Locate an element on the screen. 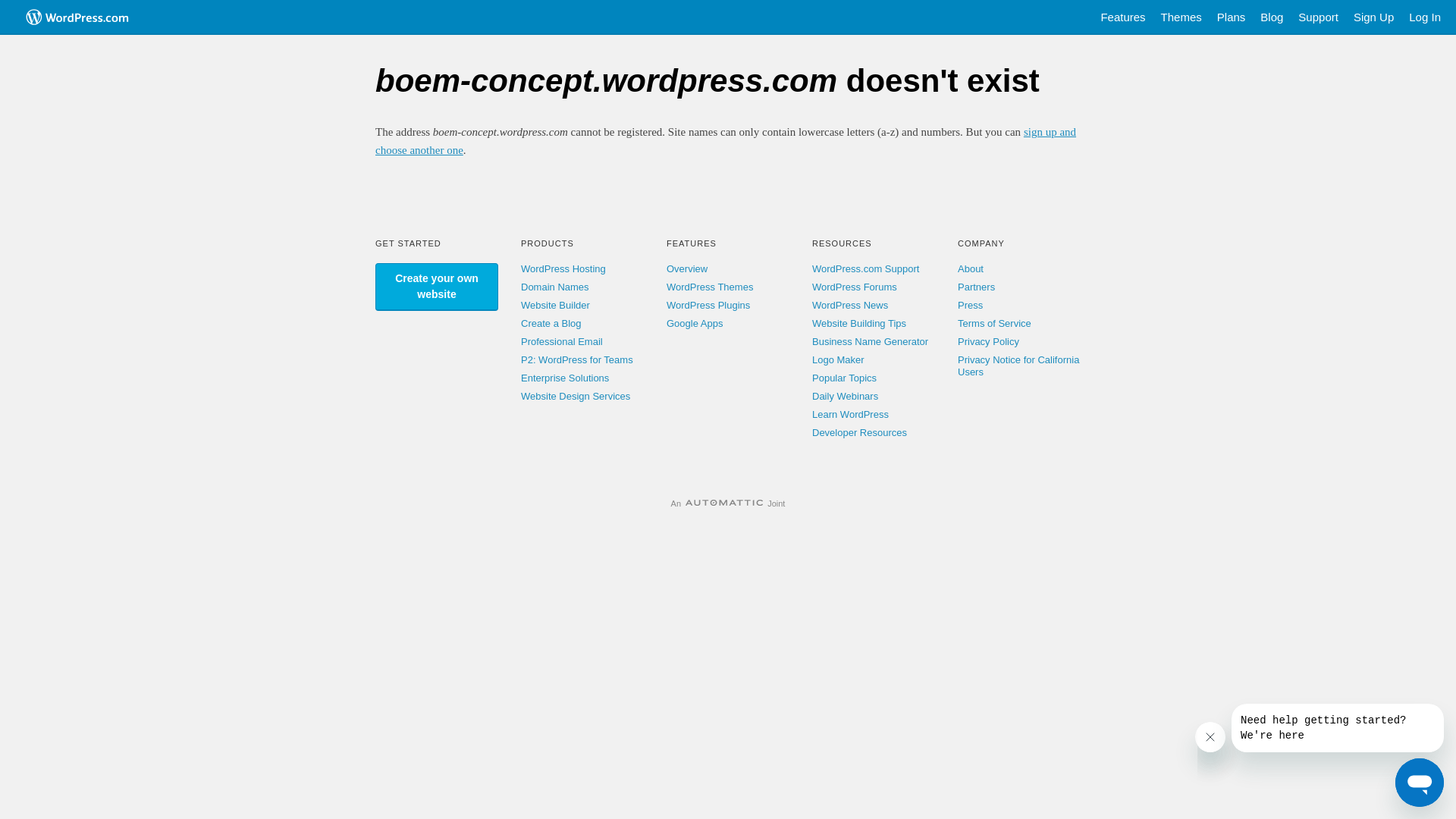 The width and height of the screenshot is (1456, 819). 'Blog' is located at coordinates (1271, 17).